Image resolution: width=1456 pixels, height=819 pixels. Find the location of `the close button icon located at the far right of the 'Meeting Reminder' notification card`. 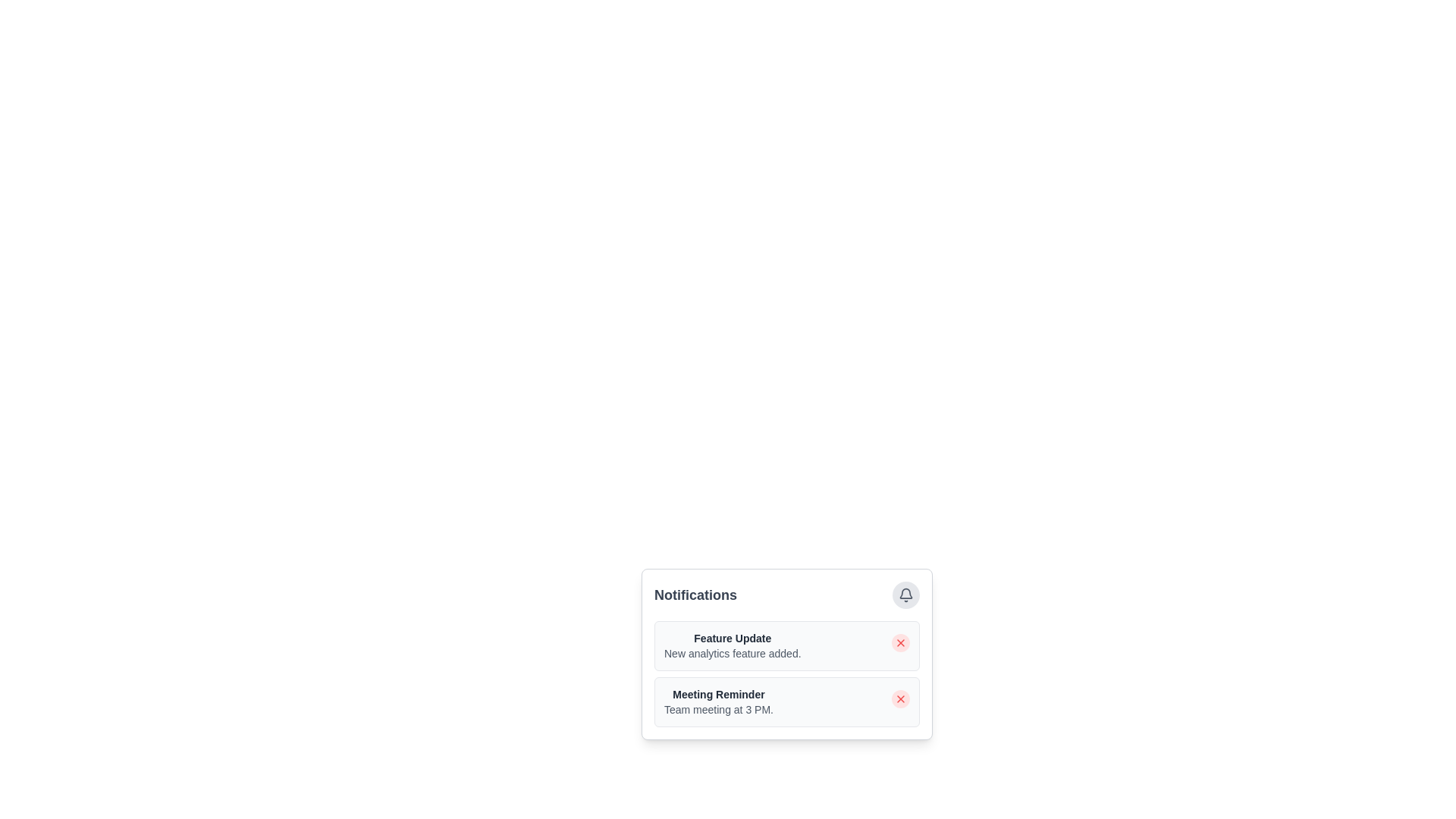

the close button icon located at the far right of the 'Meeting Reminder' notification card is located at coordinates (901, 698).